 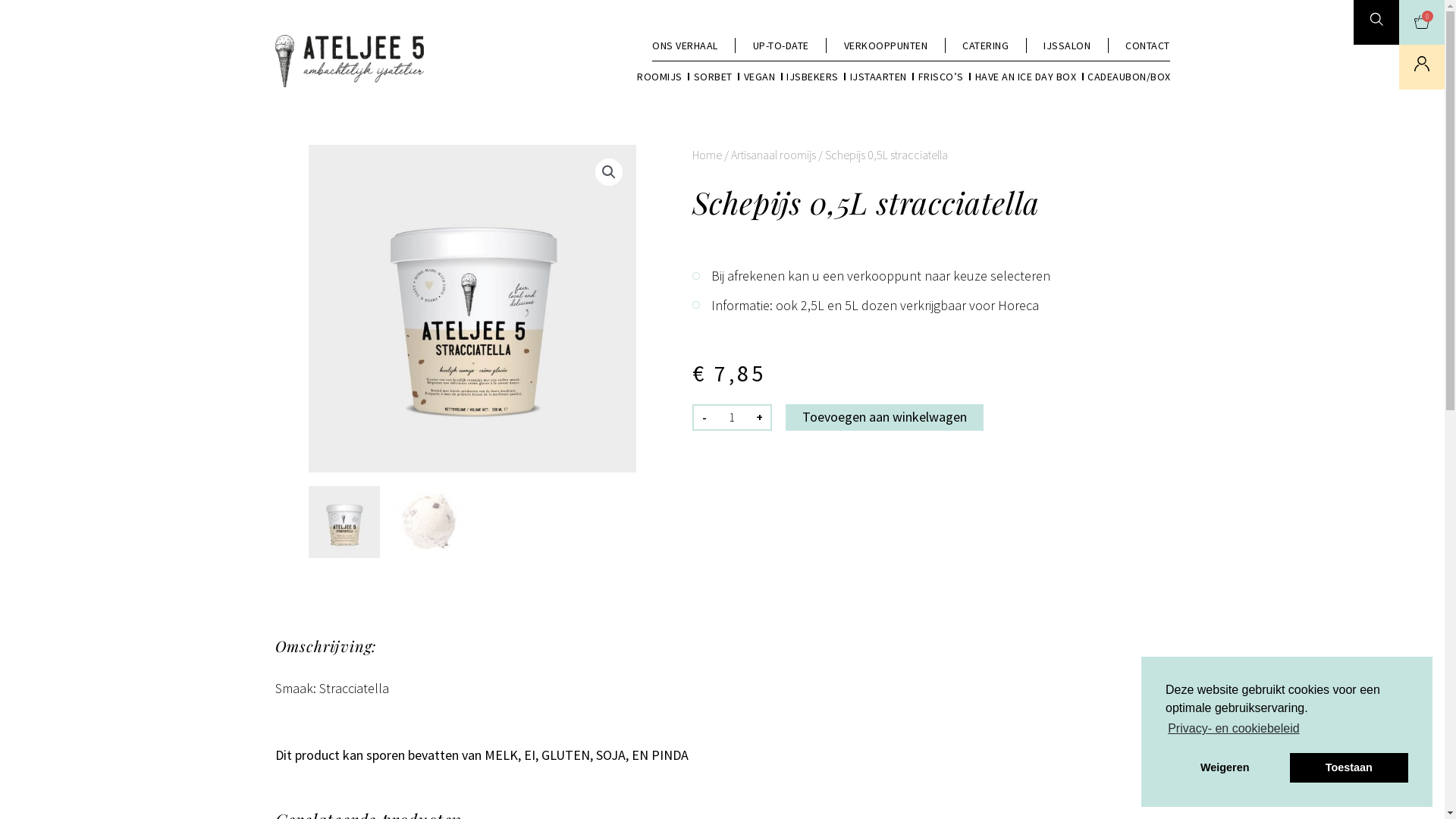 I want to click on '-', so click(x=701, y=417).